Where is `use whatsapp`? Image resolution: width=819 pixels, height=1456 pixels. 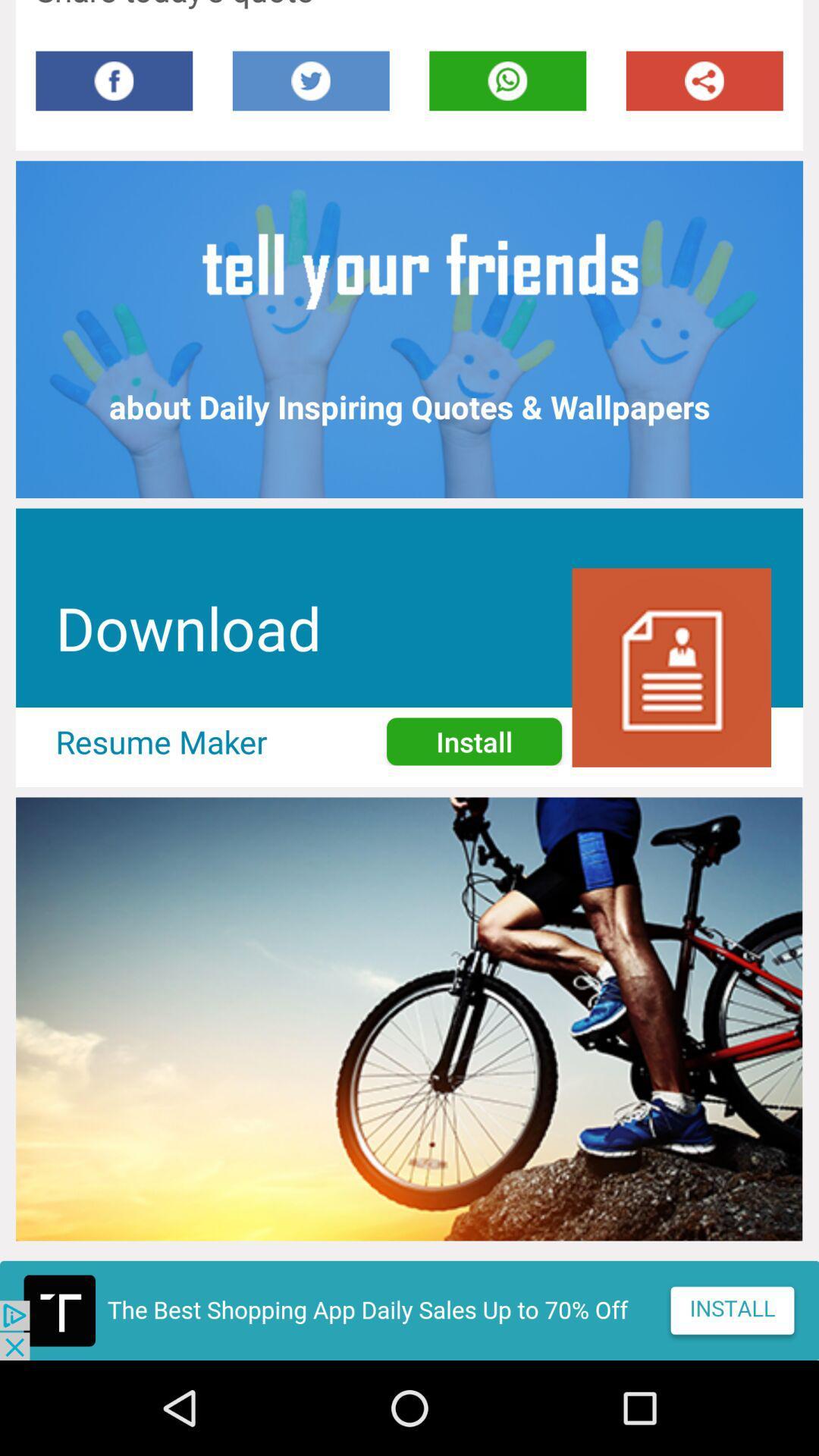 use whatsapp is located at coordinates (507, 80).